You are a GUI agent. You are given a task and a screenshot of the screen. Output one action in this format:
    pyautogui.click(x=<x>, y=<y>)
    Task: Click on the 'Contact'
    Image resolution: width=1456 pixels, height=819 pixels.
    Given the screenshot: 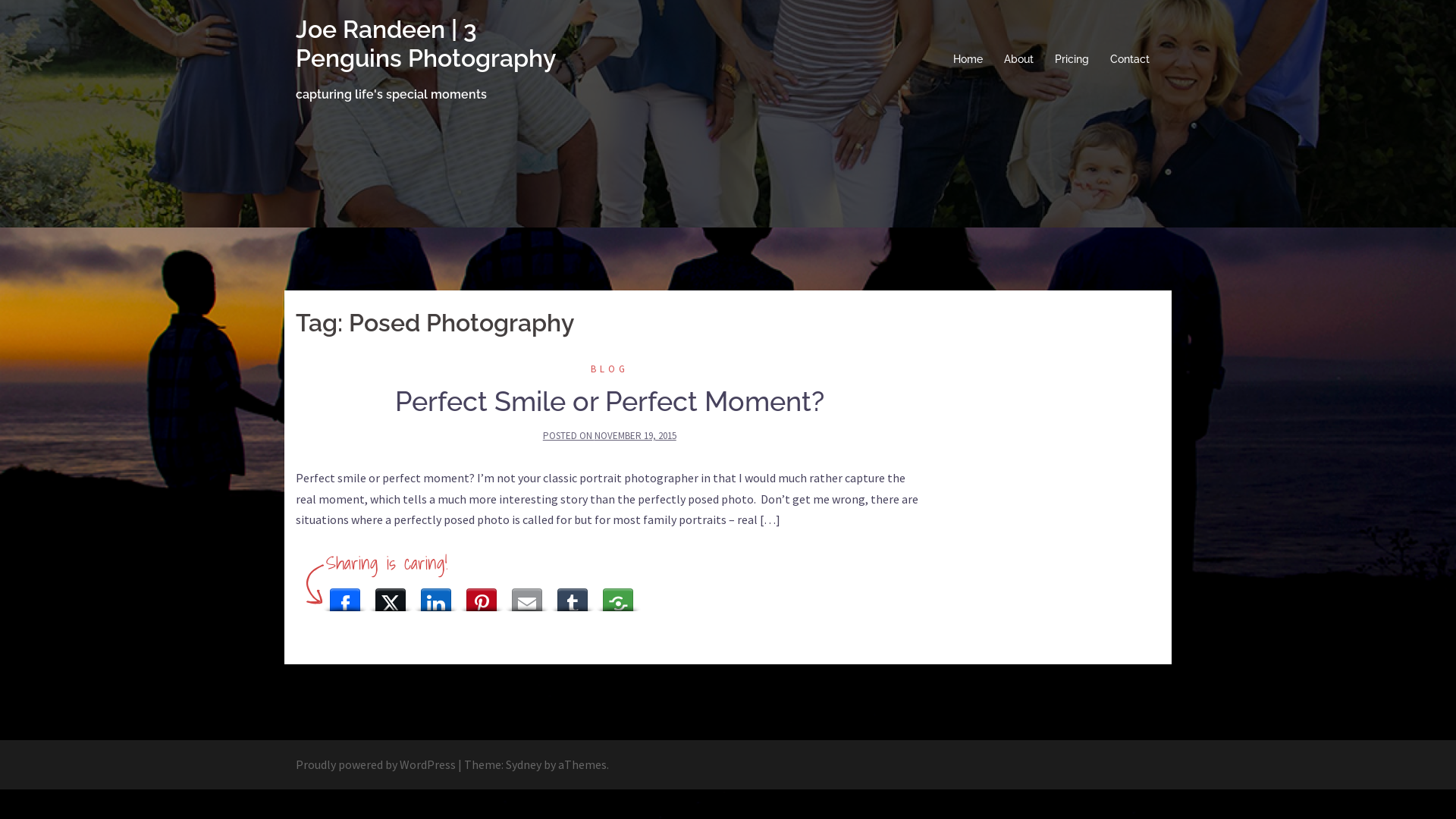 What is the action you would take?
    pyautogui.click(x=1129, y=58)
    